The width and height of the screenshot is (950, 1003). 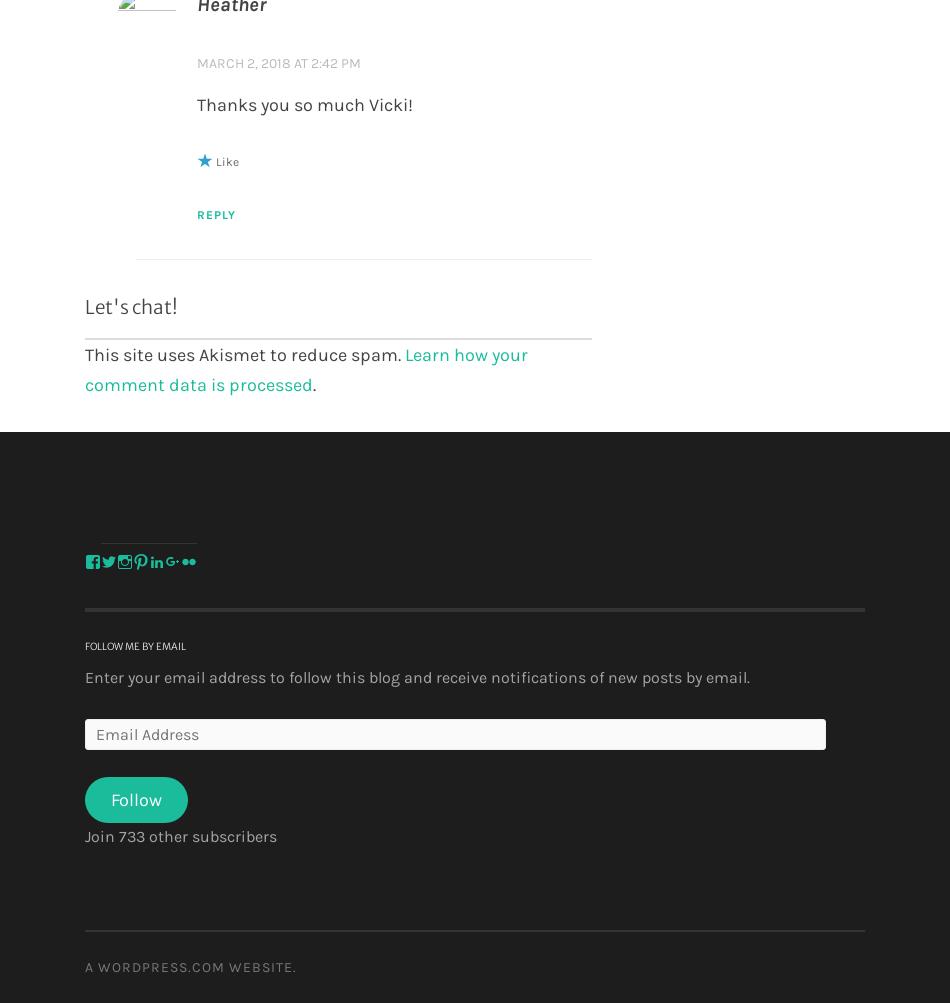 What do you see at coordinates (85, 368) in the screenshot?
I see `'Learn how your comment data is processed'` at bounding box center [85, 368].